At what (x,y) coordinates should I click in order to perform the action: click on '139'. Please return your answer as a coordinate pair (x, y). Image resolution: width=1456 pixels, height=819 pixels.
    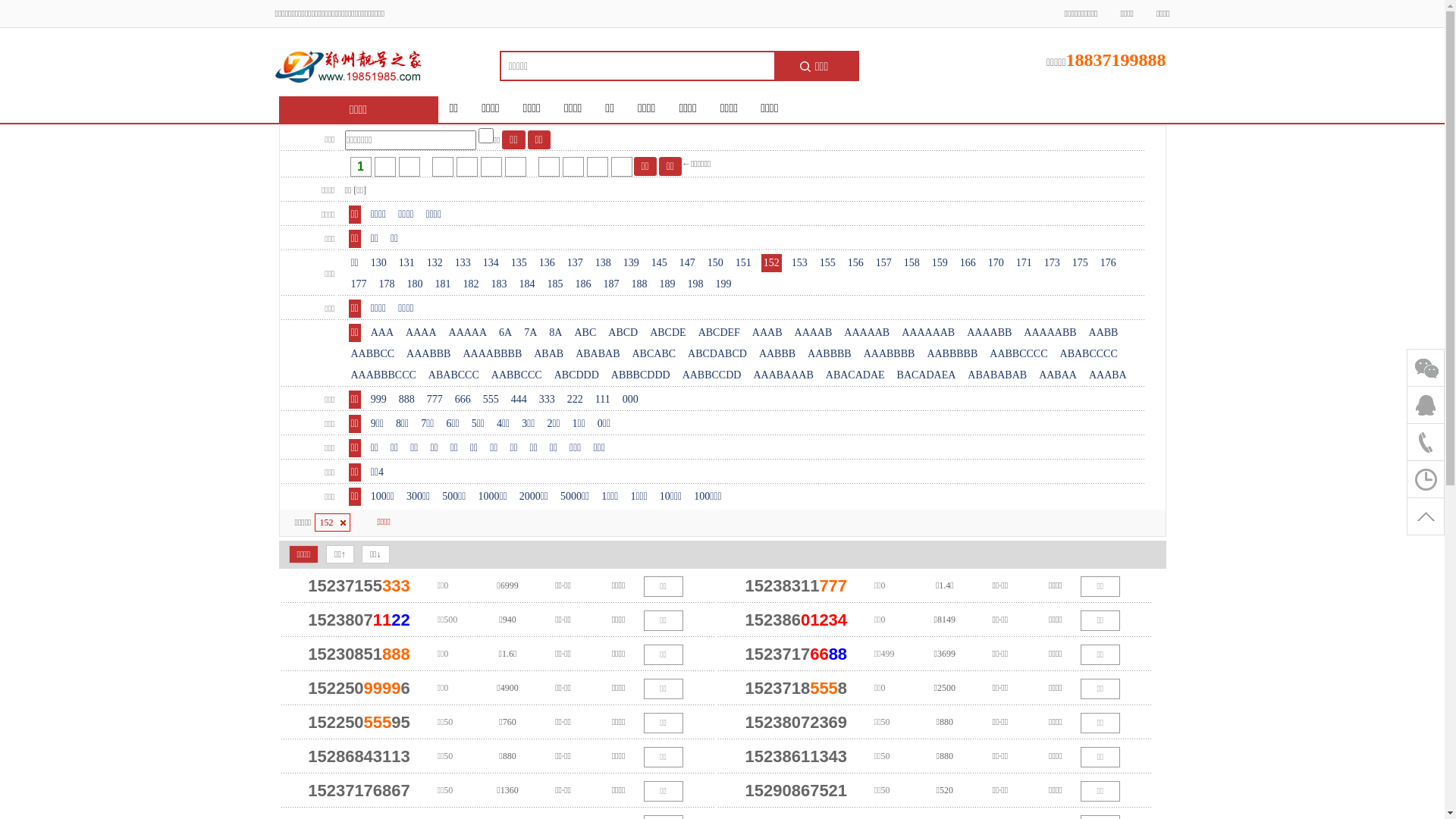
    Looking at the image, I should click on (631, 262).